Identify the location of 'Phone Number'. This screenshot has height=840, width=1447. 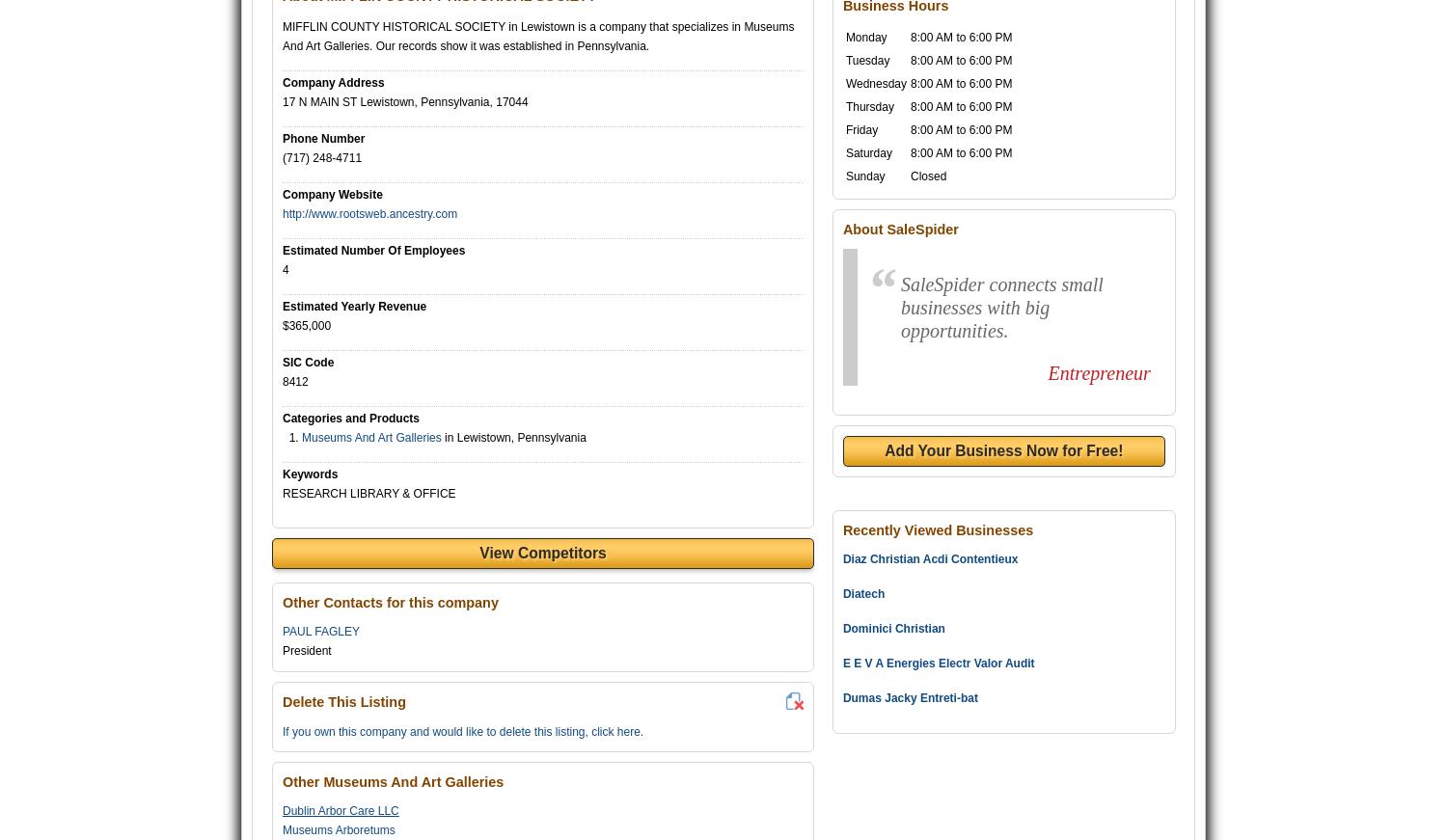
(322, 137).